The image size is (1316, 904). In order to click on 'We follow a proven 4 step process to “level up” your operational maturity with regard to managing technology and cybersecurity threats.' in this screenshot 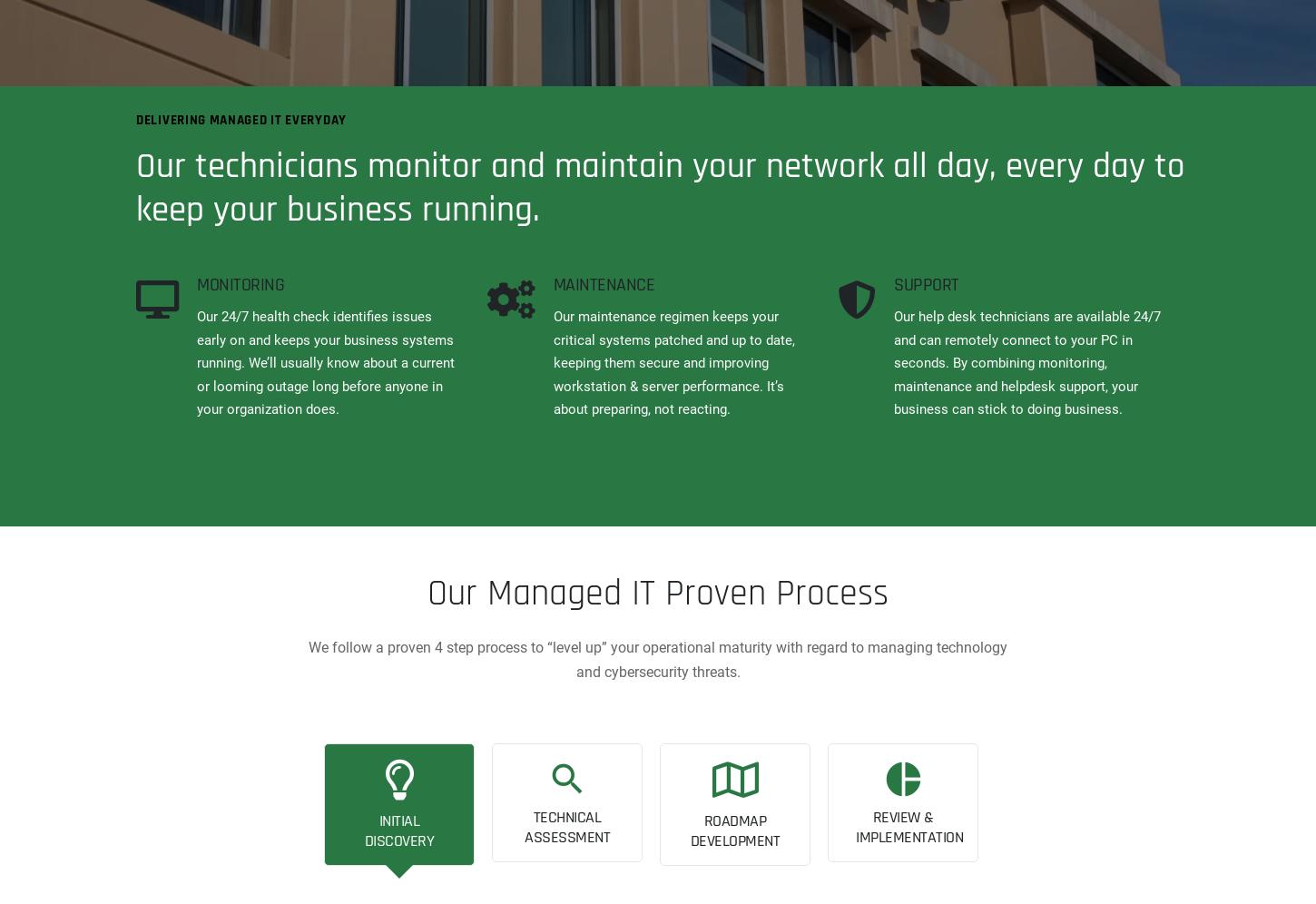, I will do `click(658, 657)`.